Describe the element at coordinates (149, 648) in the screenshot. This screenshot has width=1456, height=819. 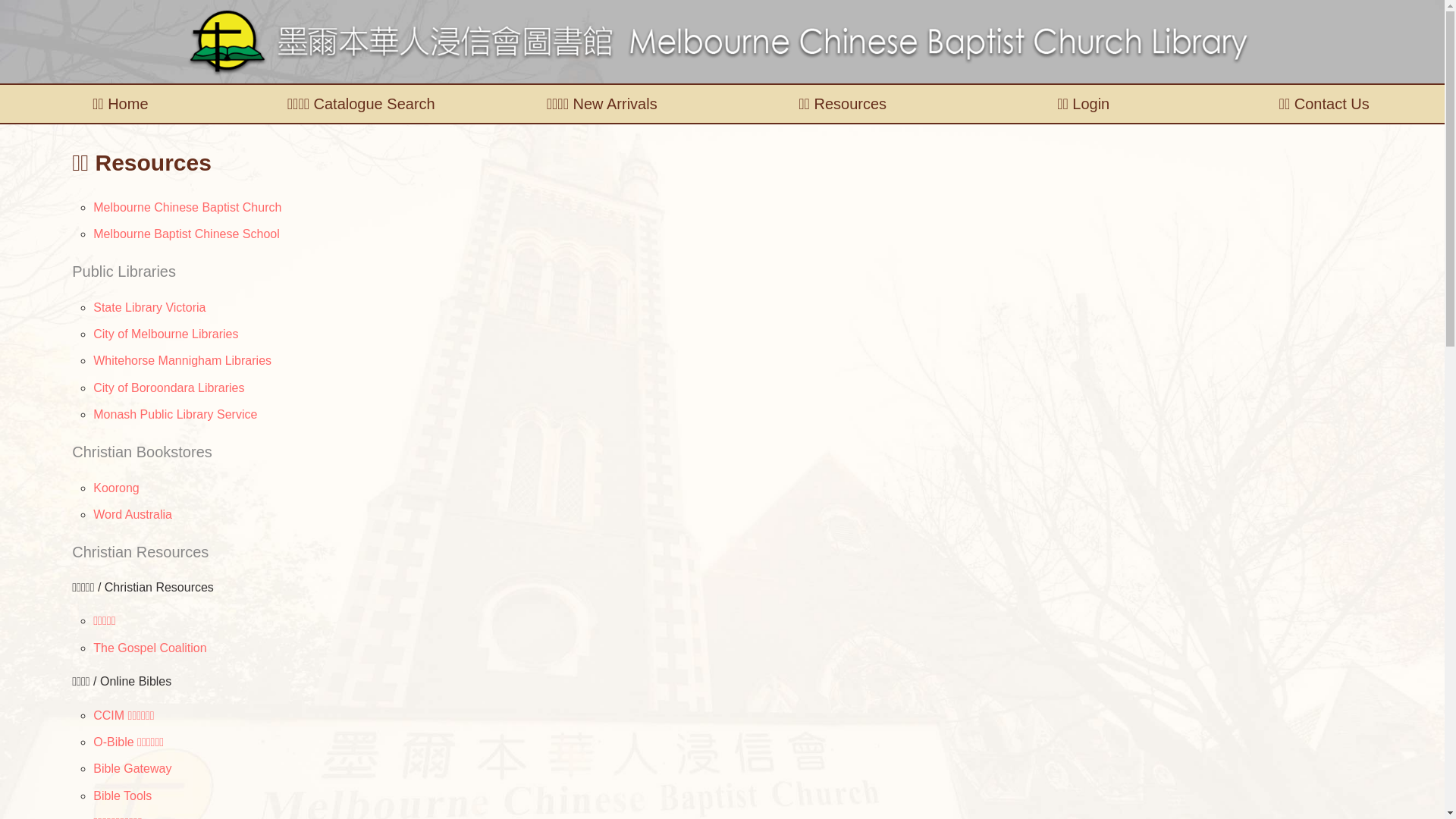
I see `'The Gospel Coalition'` at that location.